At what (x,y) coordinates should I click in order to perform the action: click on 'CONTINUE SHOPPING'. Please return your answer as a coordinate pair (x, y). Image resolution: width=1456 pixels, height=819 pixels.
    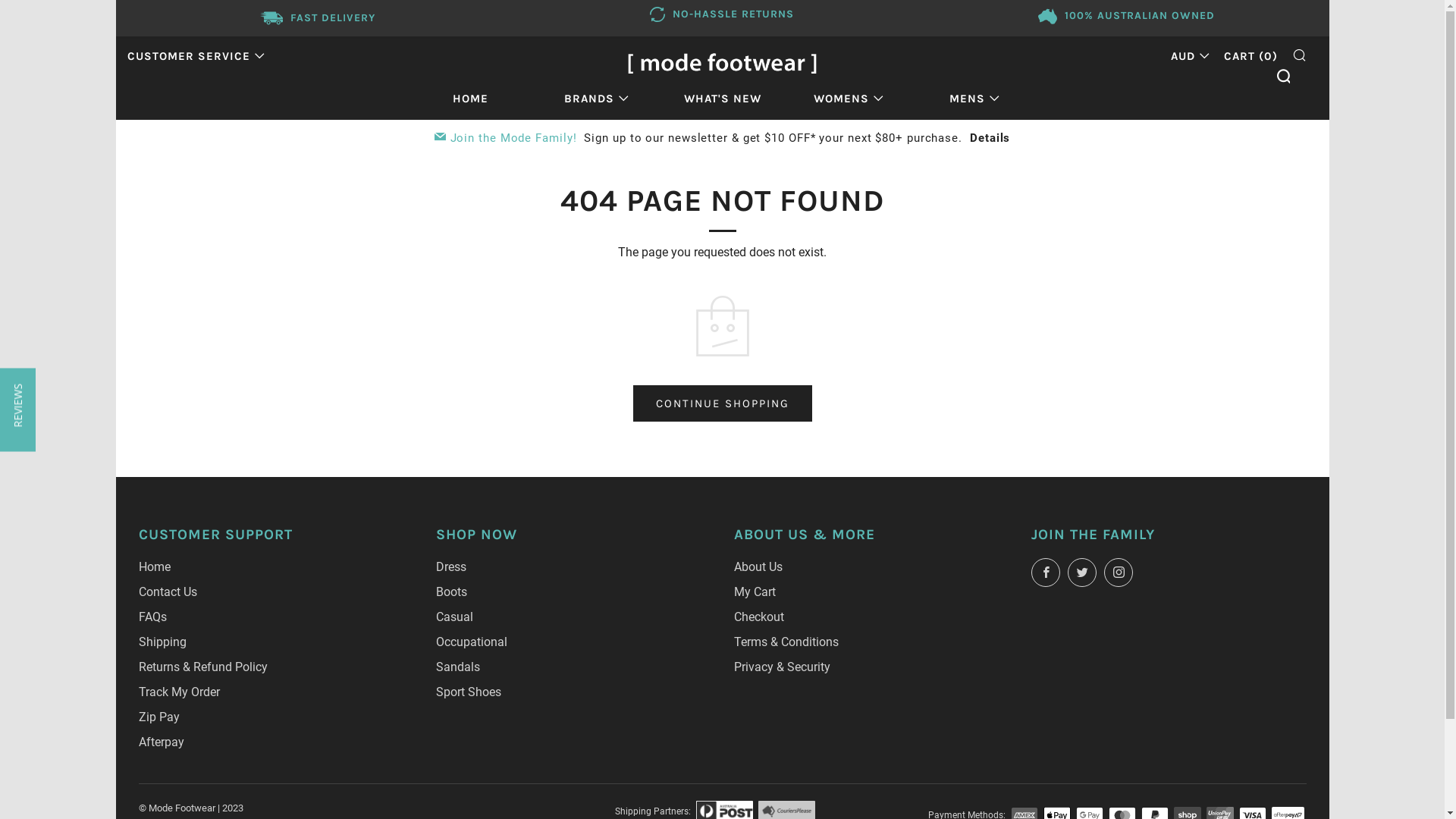
    Looking at the image, I should click on (720, 403).